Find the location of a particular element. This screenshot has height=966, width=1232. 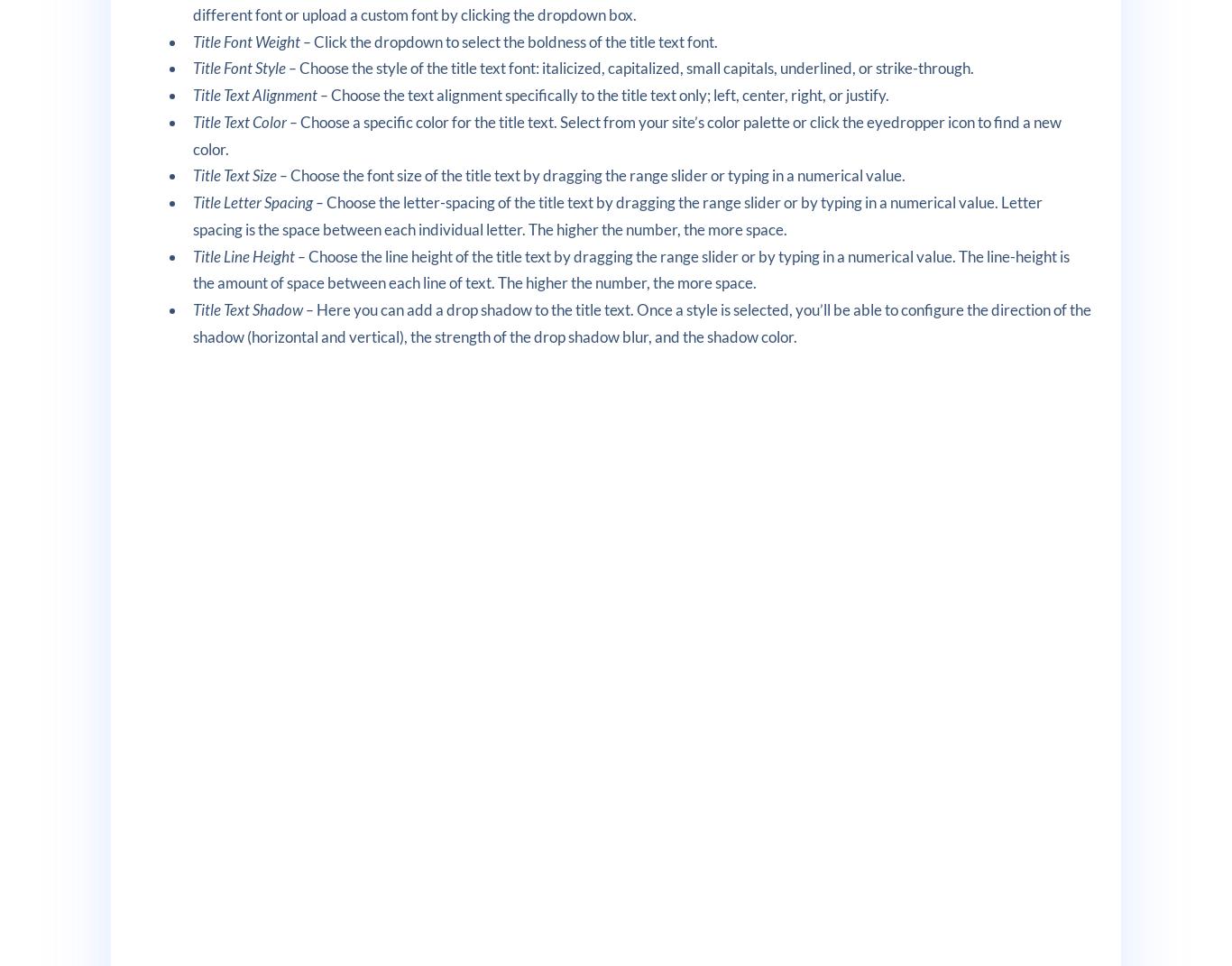

'Title Text Size –' is located at coordinates (242, 174).